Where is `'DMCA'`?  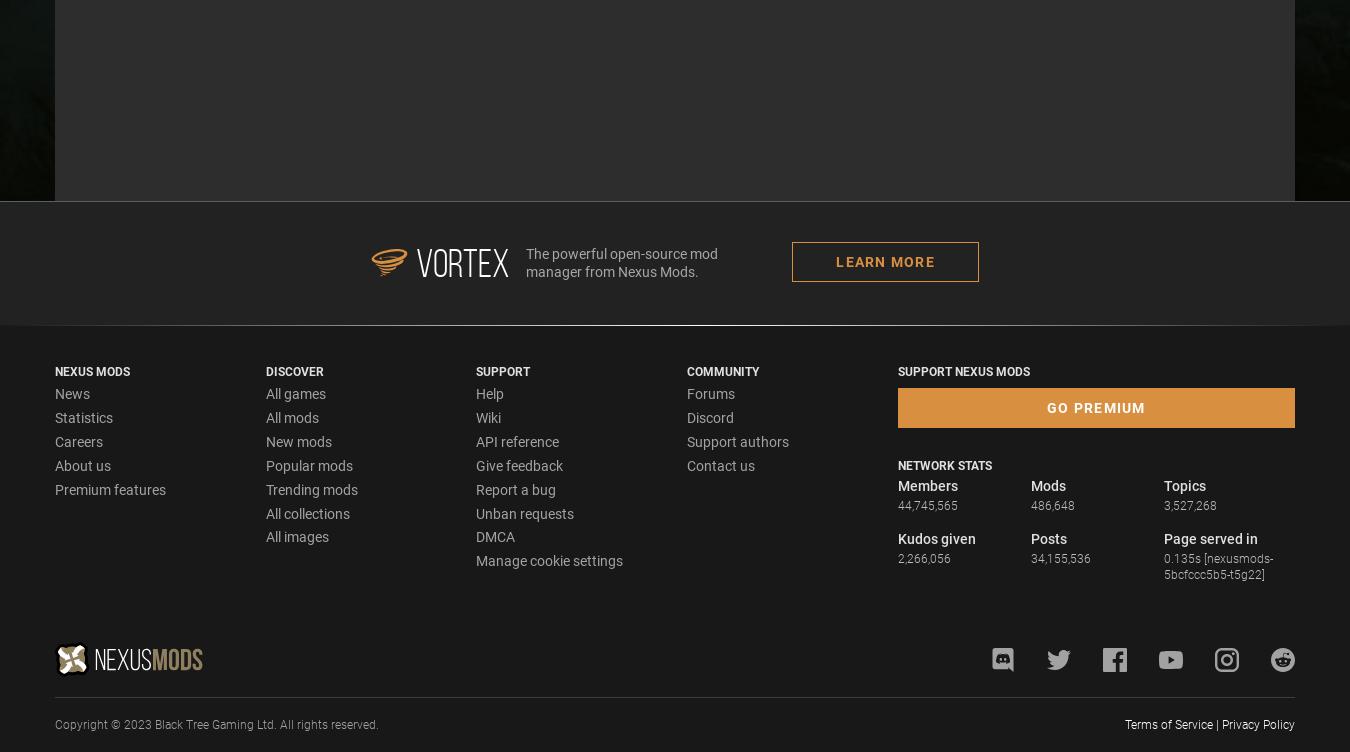 'DMCA' is located at coordinates (494, 536).